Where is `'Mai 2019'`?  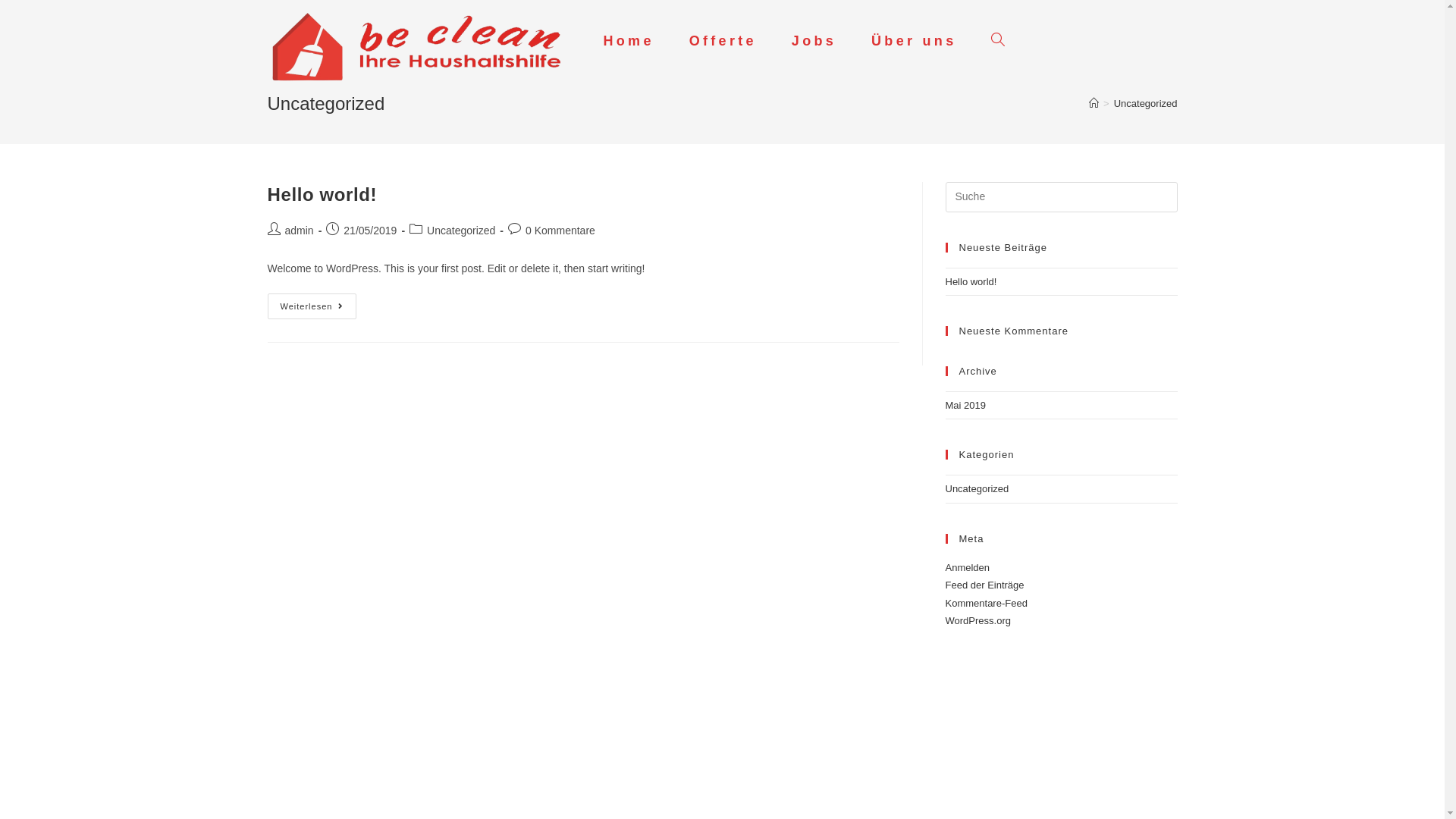
'Mai 2019' is located at coordinates (944, 404).